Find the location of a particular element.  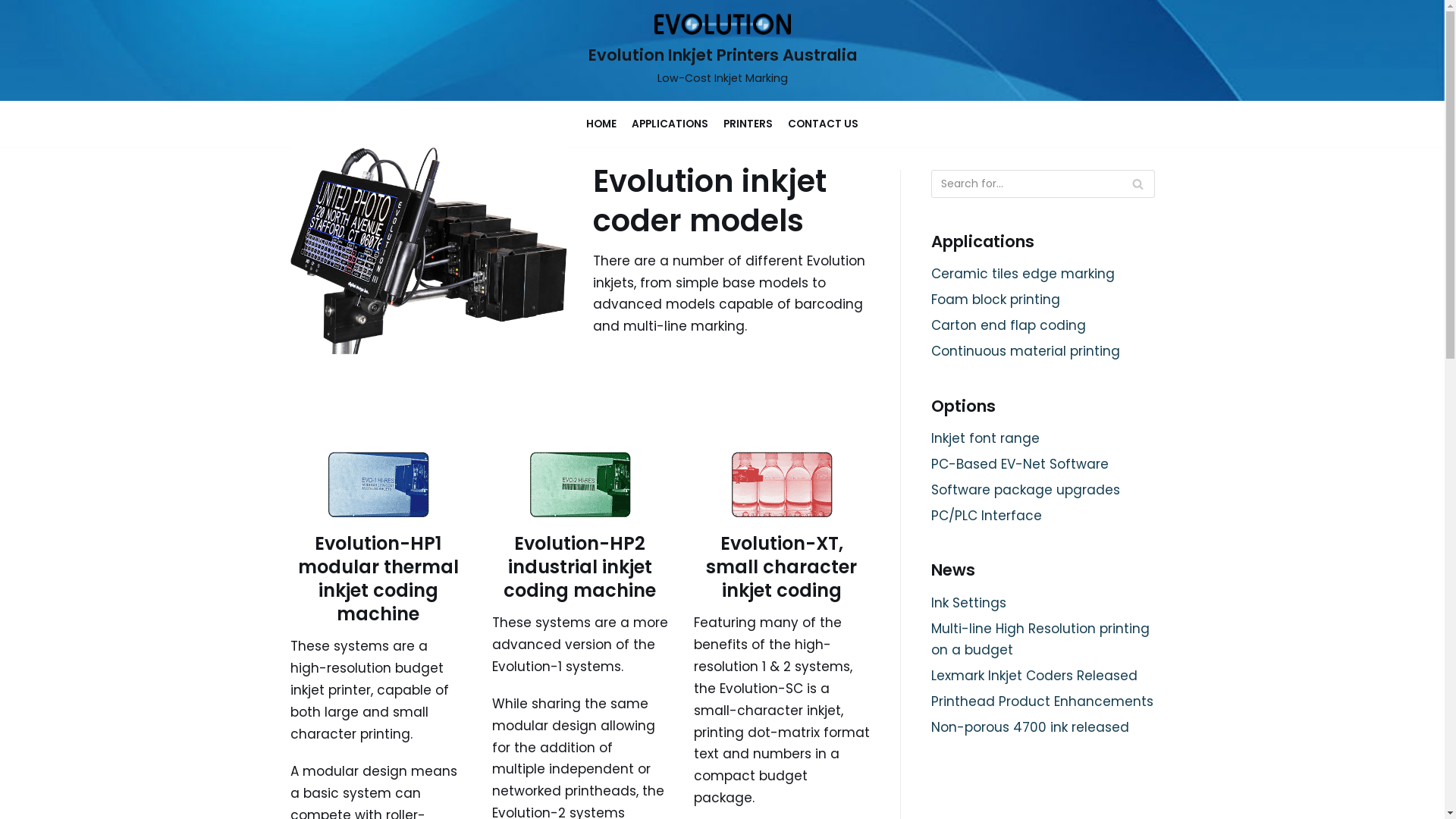

'Non-porous 4700 ink released' is located at coordinates (1030, 726).